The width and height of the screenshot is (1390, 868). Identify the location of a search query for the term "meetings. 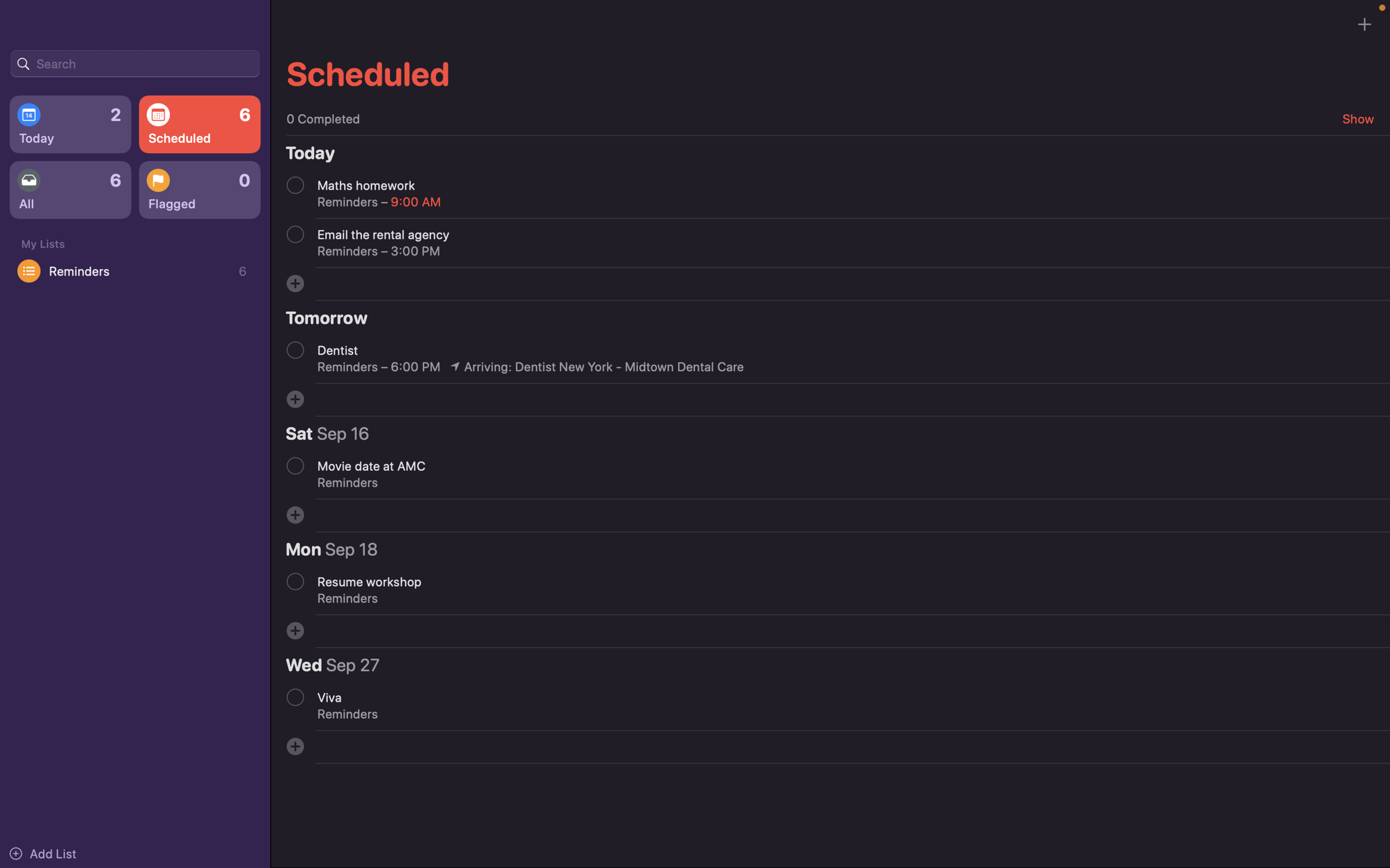
(134, 62).